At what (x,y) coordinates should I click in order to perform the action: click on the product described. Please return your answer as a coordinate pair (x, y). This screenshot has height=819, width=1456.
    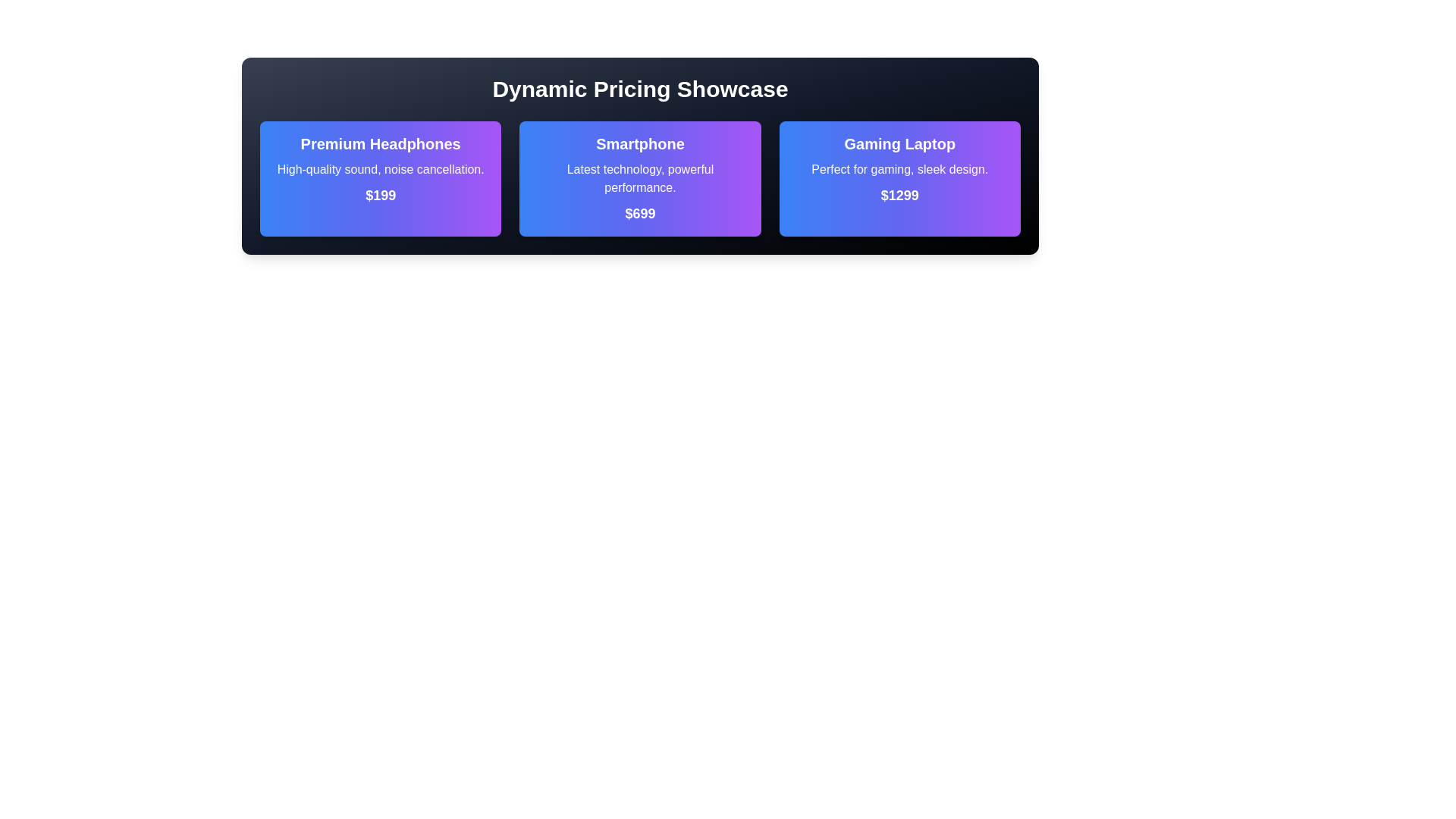
    Looking at the image, I should click on (899, 169).